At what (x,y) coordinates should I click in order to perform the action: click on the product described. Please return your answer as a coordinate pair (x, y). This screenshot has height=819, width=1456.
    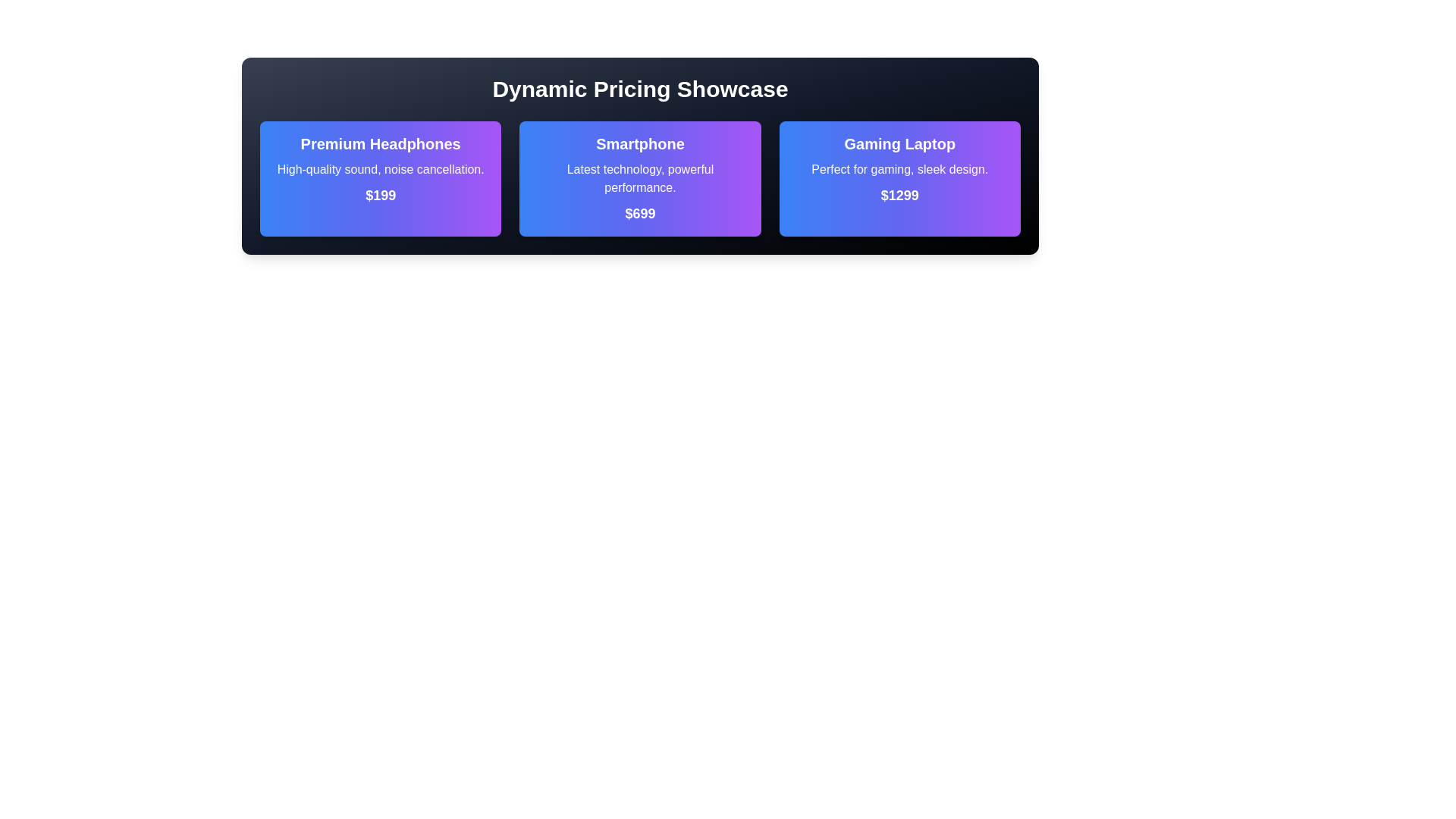
    Looking at the image, I should click on (899, 169).